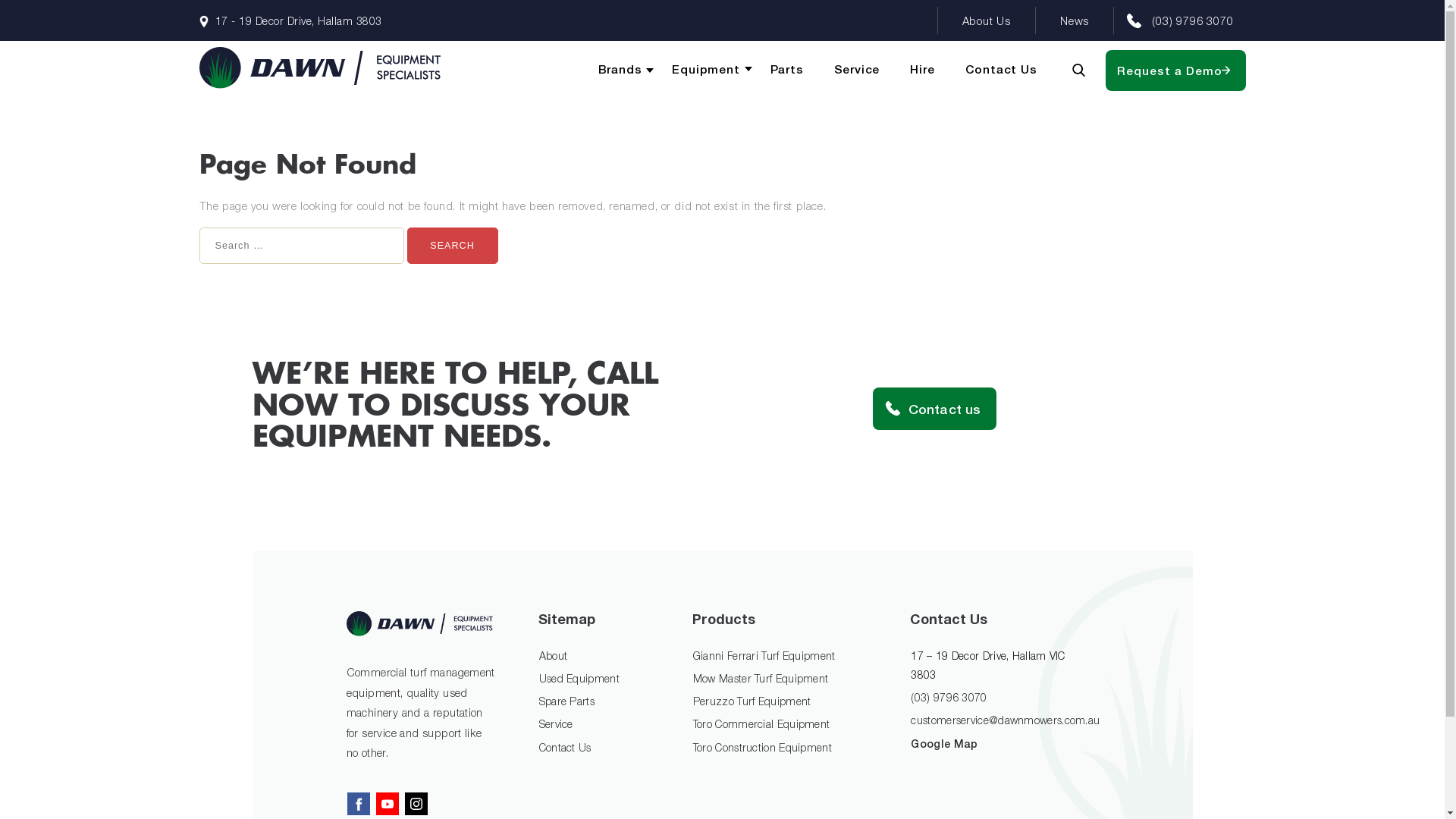 This screenshot has height=819, width=1456. What do you see at coordinates (752, 701) in the screenshot?
I see `'Peruzzo Turf Equipment'` at bounding box center [752, 701].